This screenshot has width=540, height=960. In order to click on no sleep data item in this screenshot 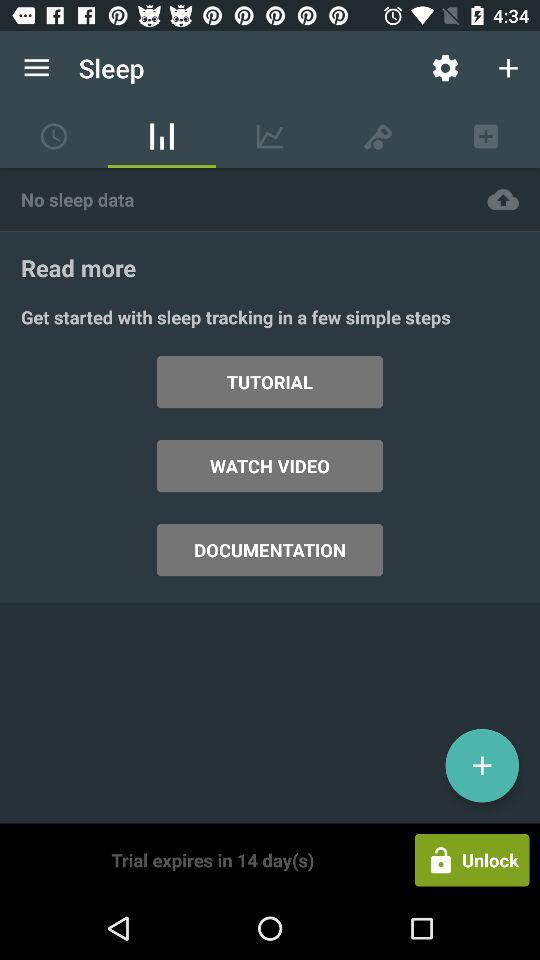, I will do `click(232, 199)`.